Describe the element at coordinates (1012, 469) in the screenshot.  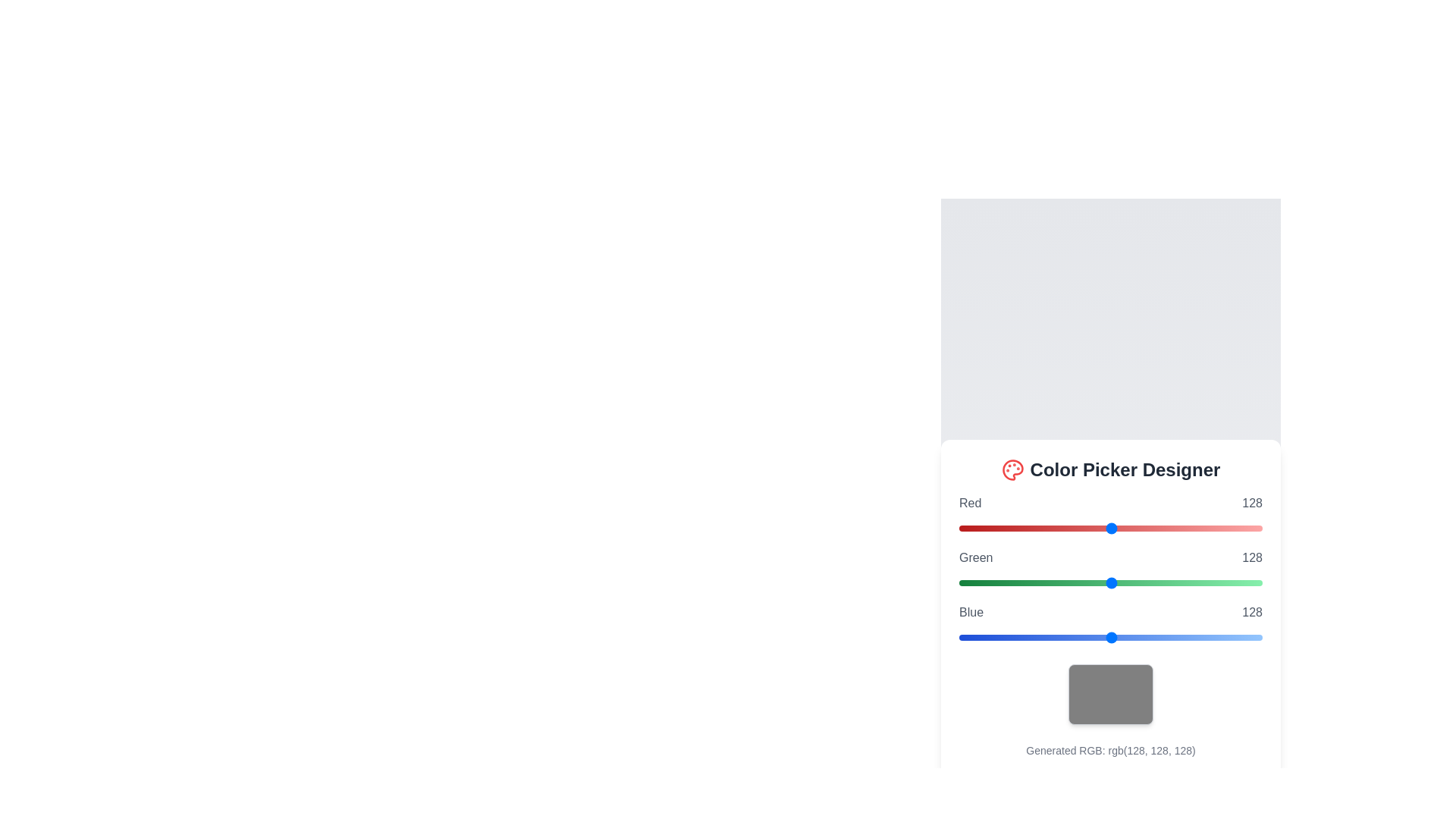
I see `the icon next to the title text` at that location.